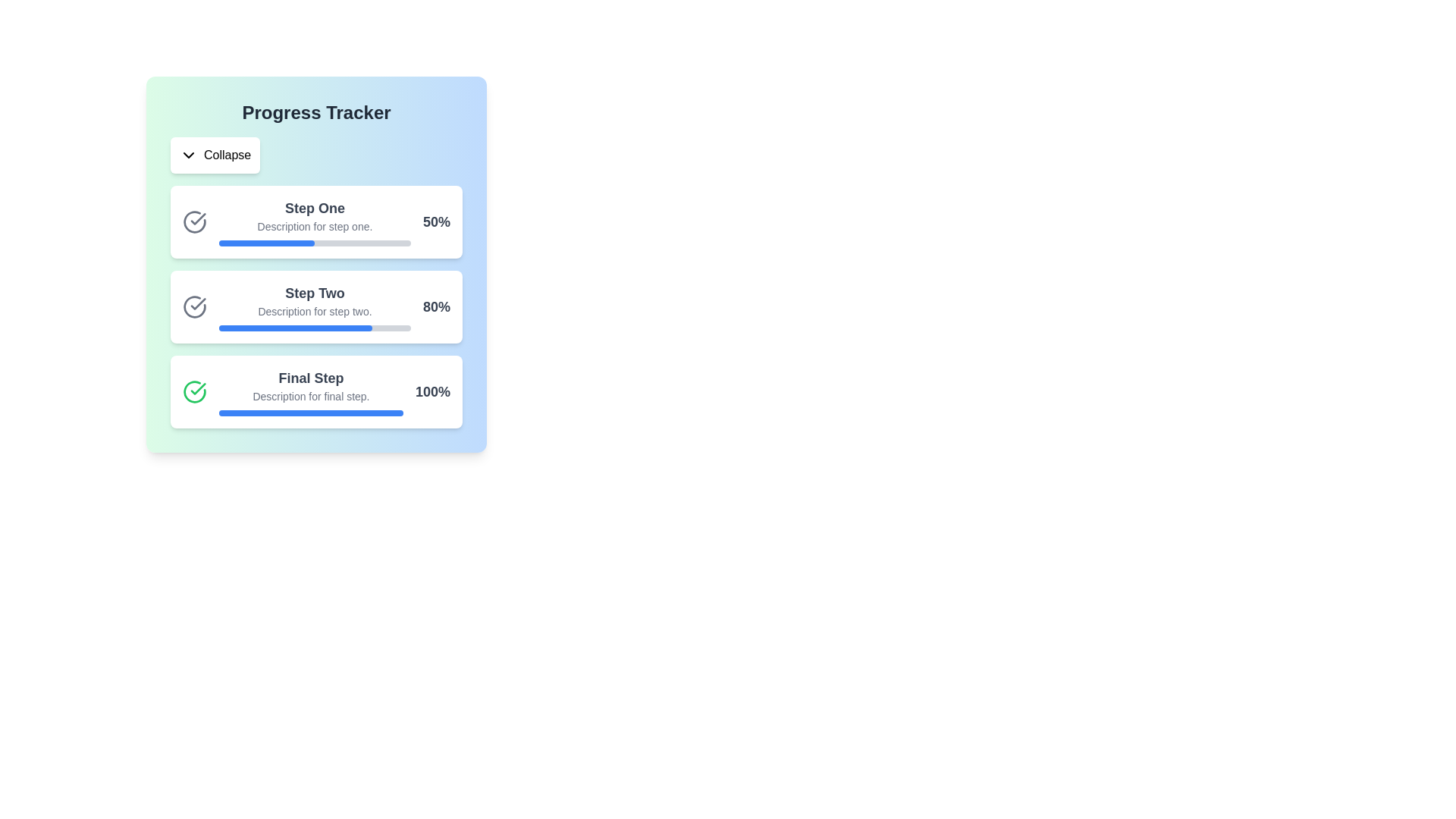 This screenshot has height=819, width=1456. Describe the element at coordinates (314, 208) in the screenshot. I see `the text label that serves as the title for the first step in the progress tracker, positioned above the description text 'Description for step one.'` at that location.